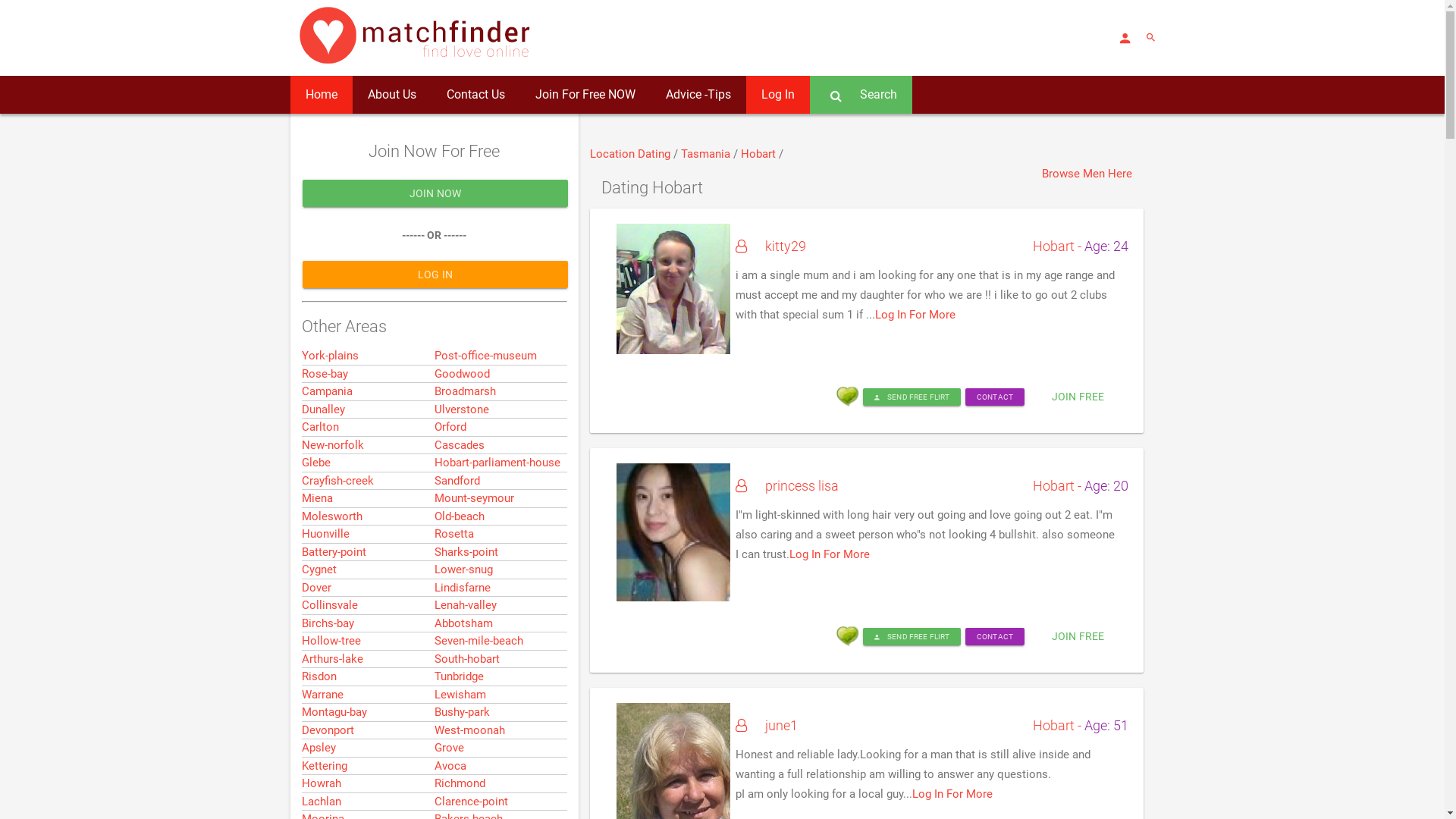 The image size is (1456, 819). What do you see at coordinates (462, 570) in the screenshot?
I see `'Lower-snug'` at bounding box center [462, 570].